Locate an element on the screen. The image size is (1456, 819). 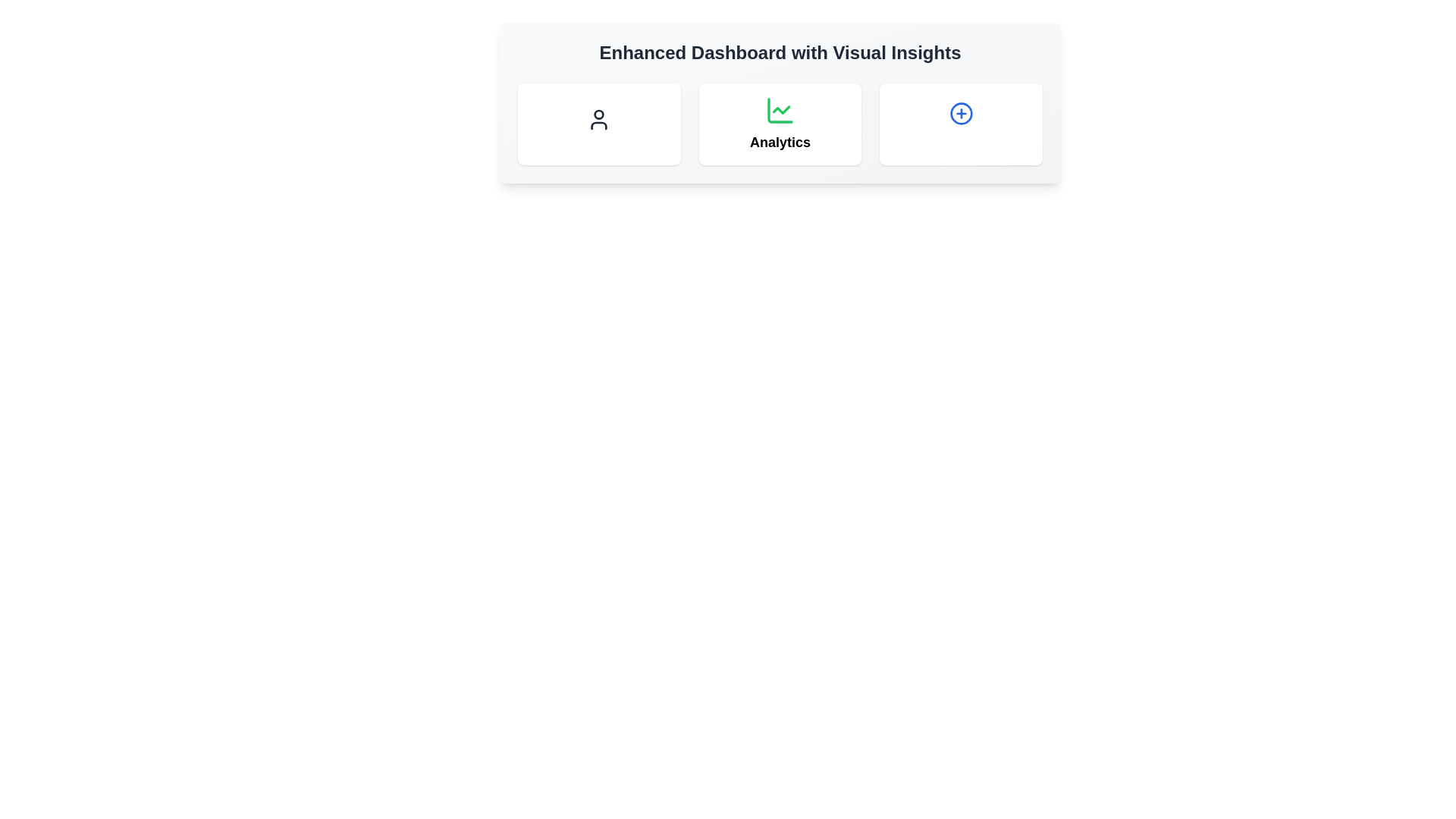
the decorative part of the user icon located at the upper area of the leftmost icon in the three-icon row is located at coordinates (598, 114).